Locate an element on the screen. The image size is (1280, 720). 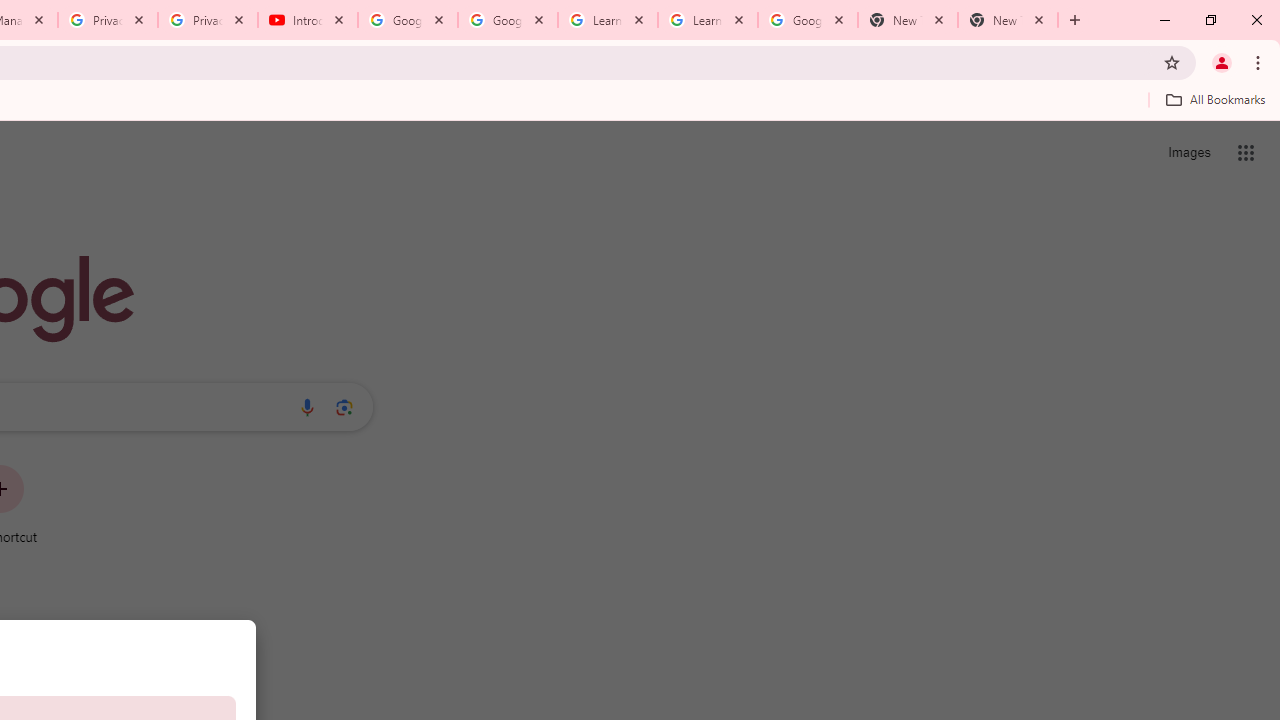
'All Bookmarks' is located at coordinates (1214, 99).